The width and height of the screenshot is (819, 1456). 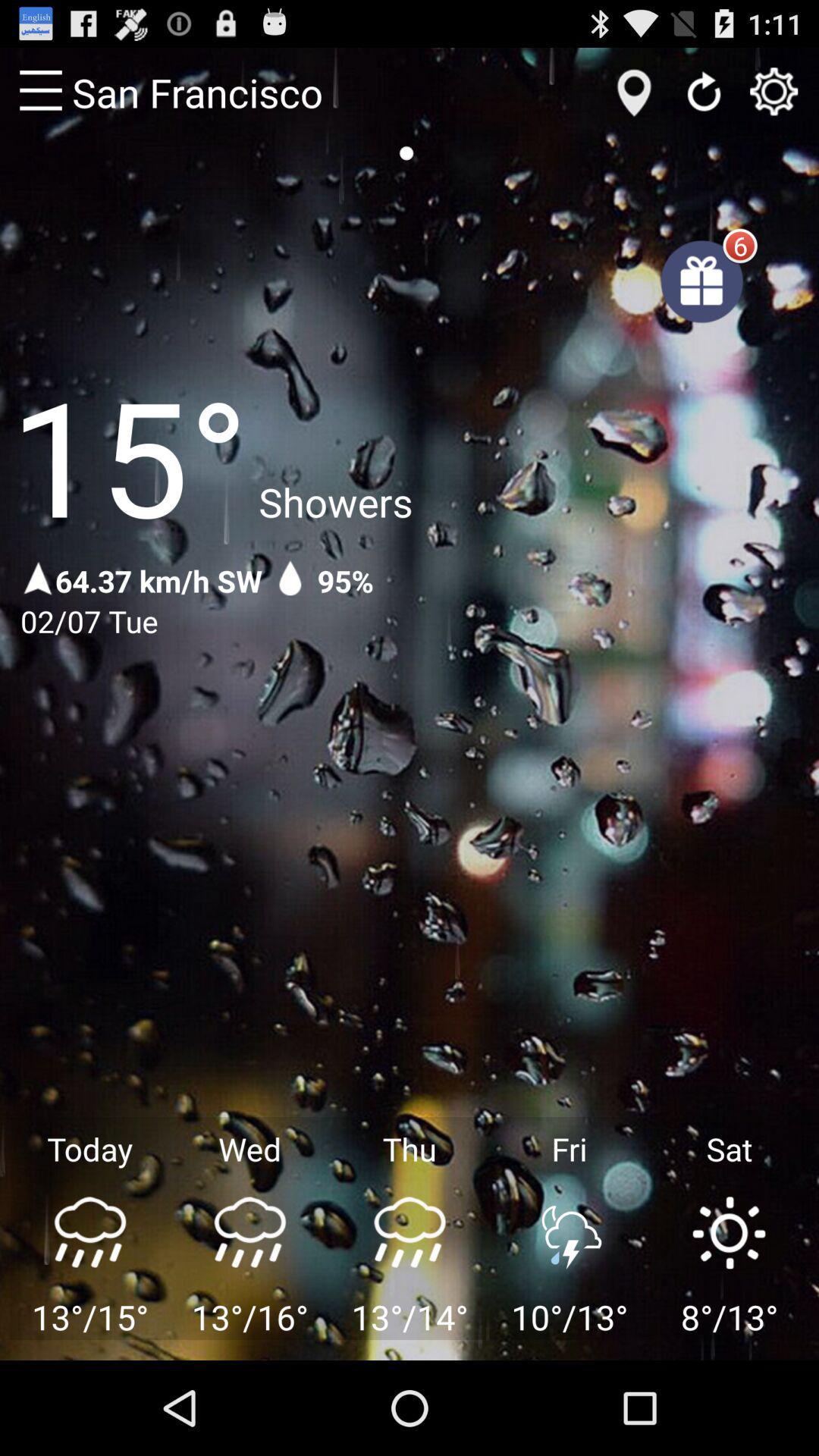 I want to click on the location icon, so click(x=634, y=98).